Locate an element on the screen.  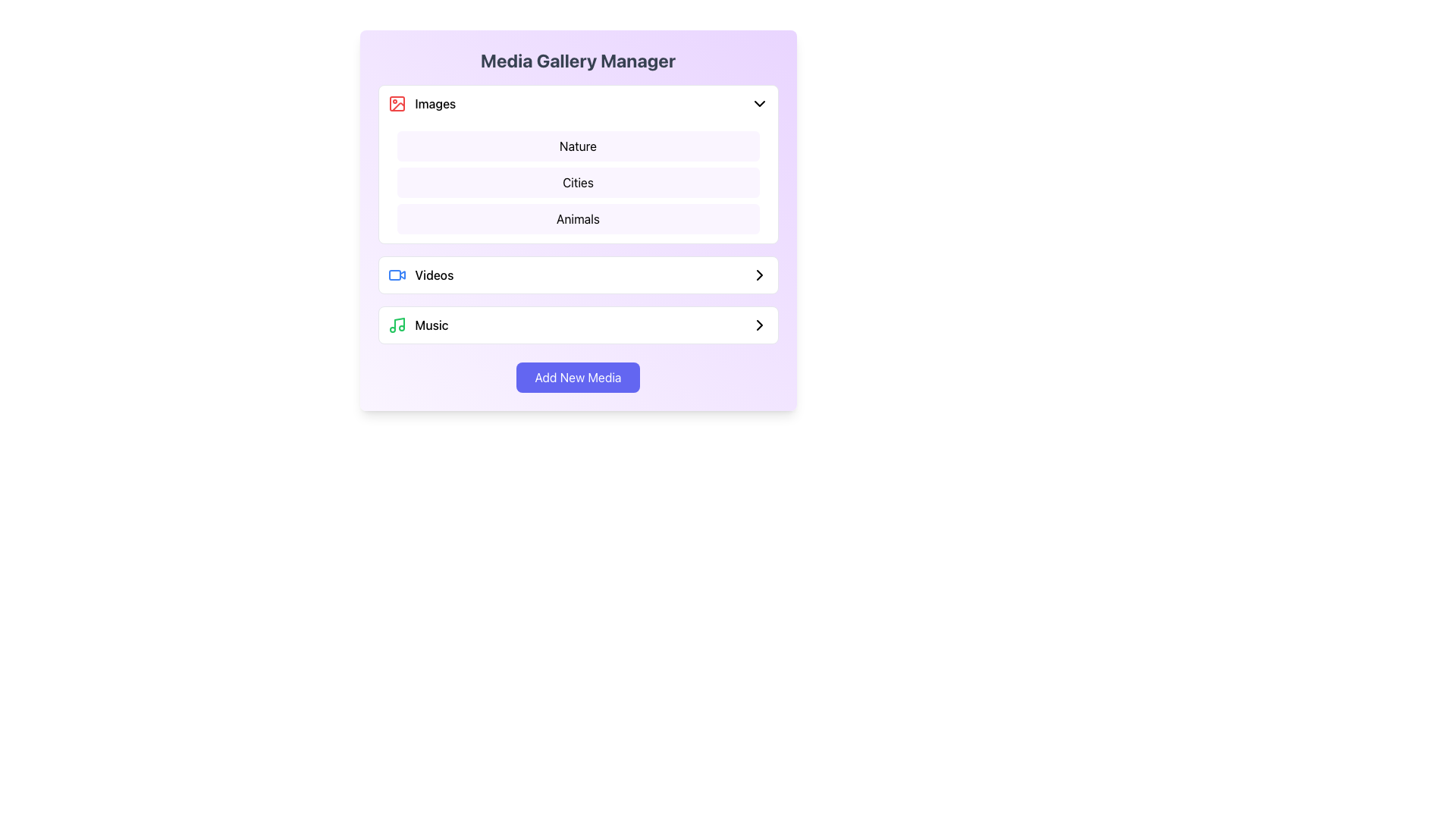
the blue video camera icon located to the left of the 'Videos' text in the Media Gallery Manager interface is located at coordinates (397, 275).